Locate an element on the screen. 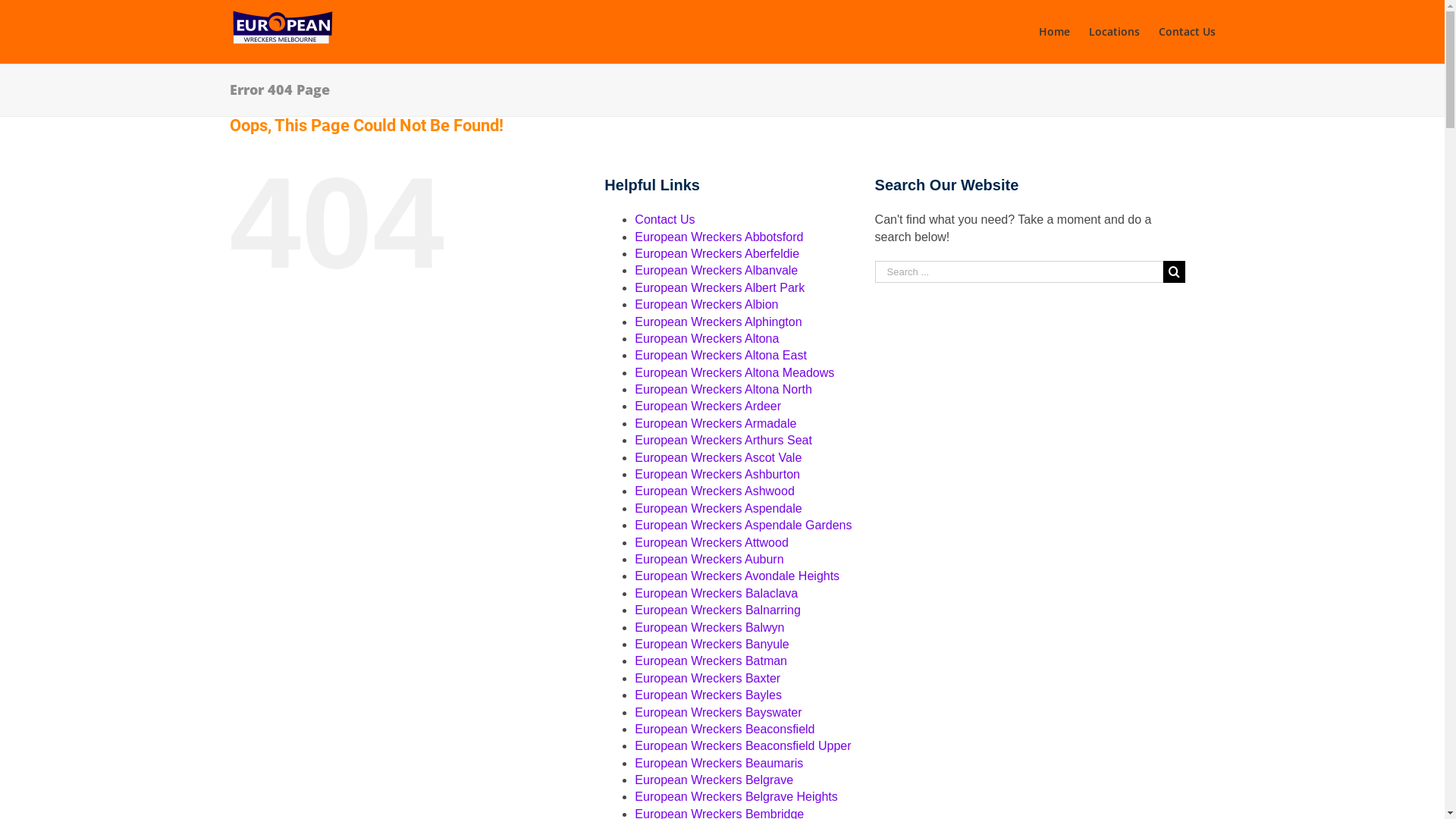  'European Wreckers Balwyn' is located at coordinates (708, 627).